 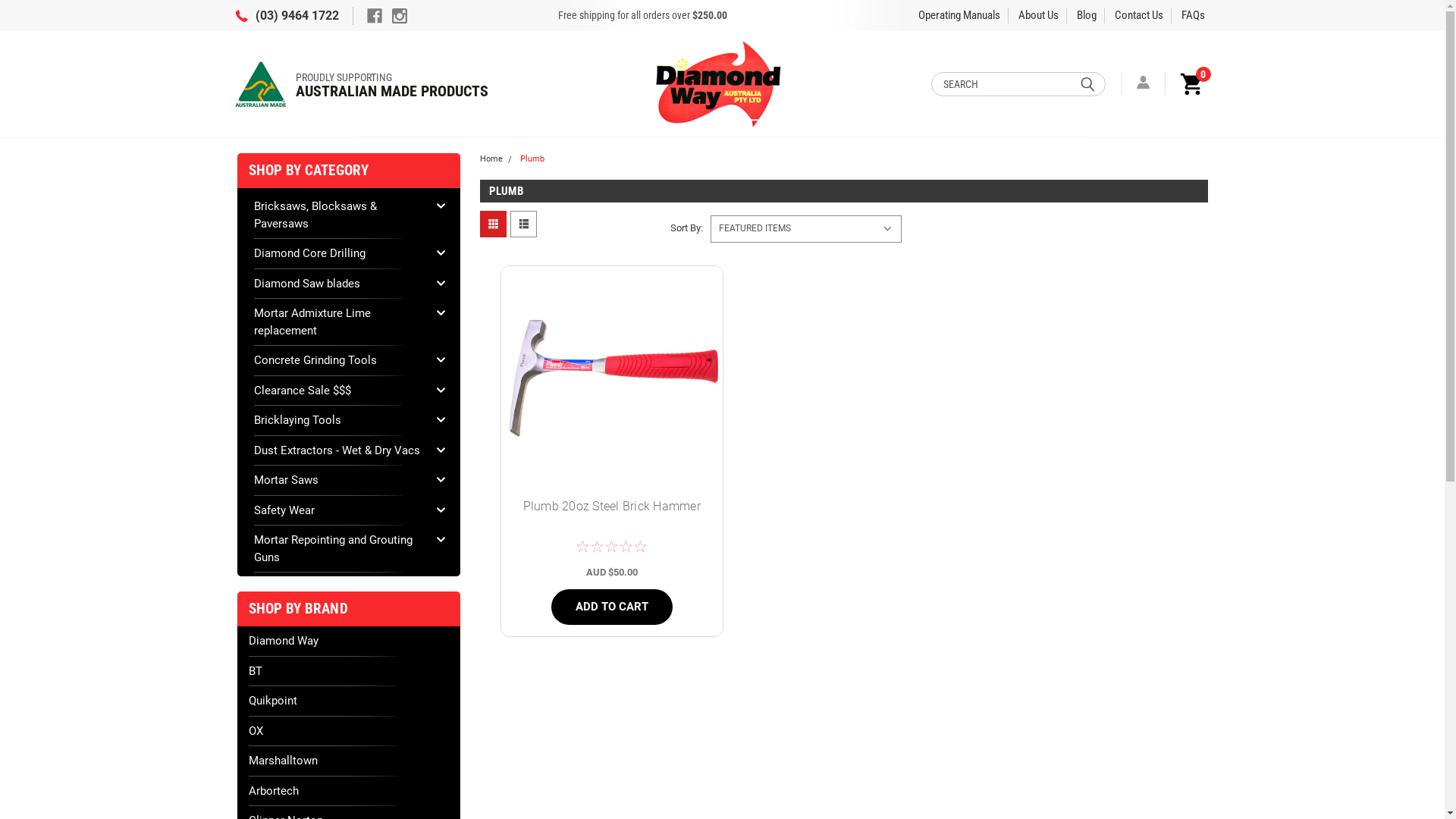 I want to click on 'OX', so click(x=348, y=730).